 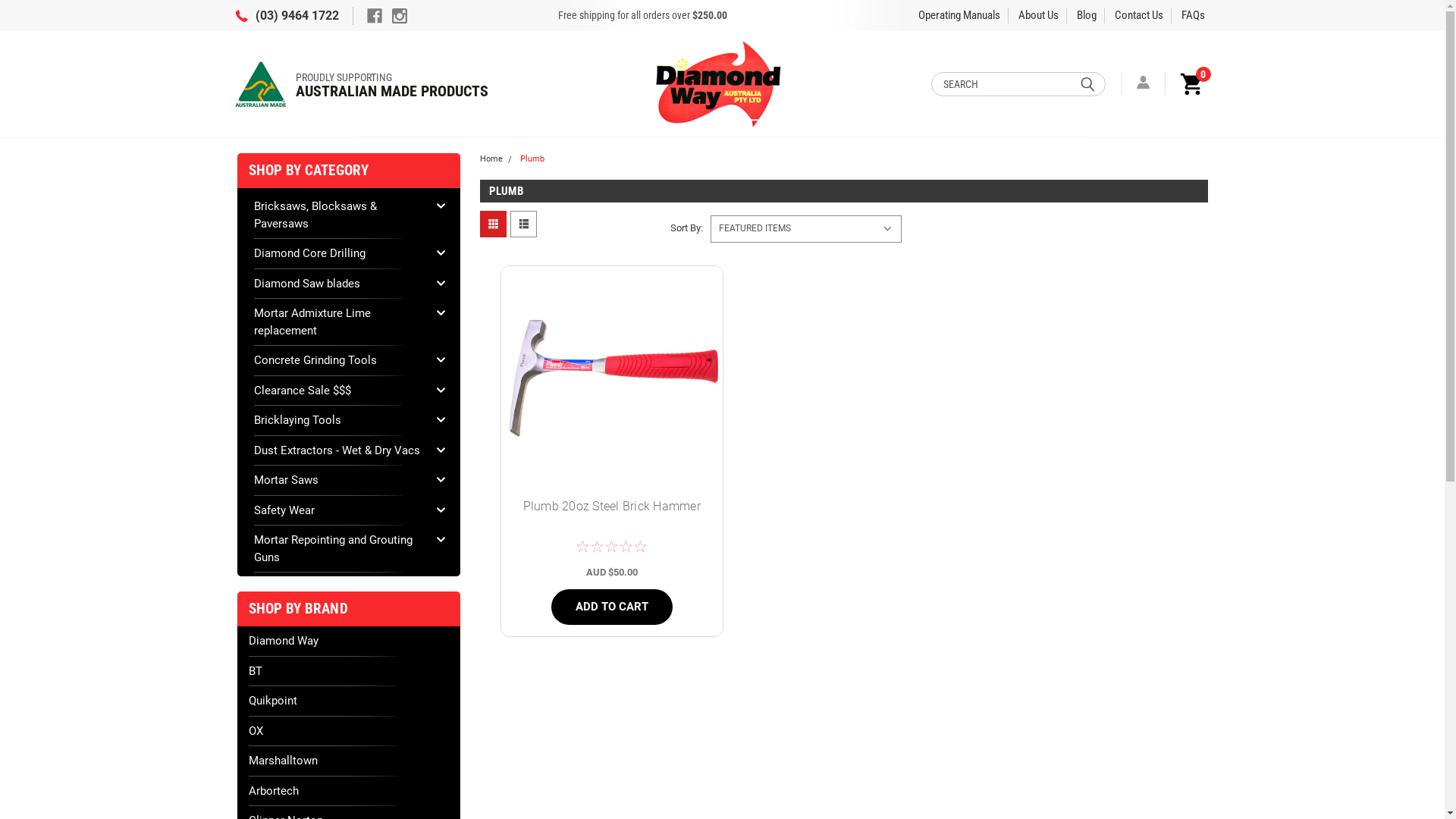 I want to click on 'OX', so click(x=348, y=730).